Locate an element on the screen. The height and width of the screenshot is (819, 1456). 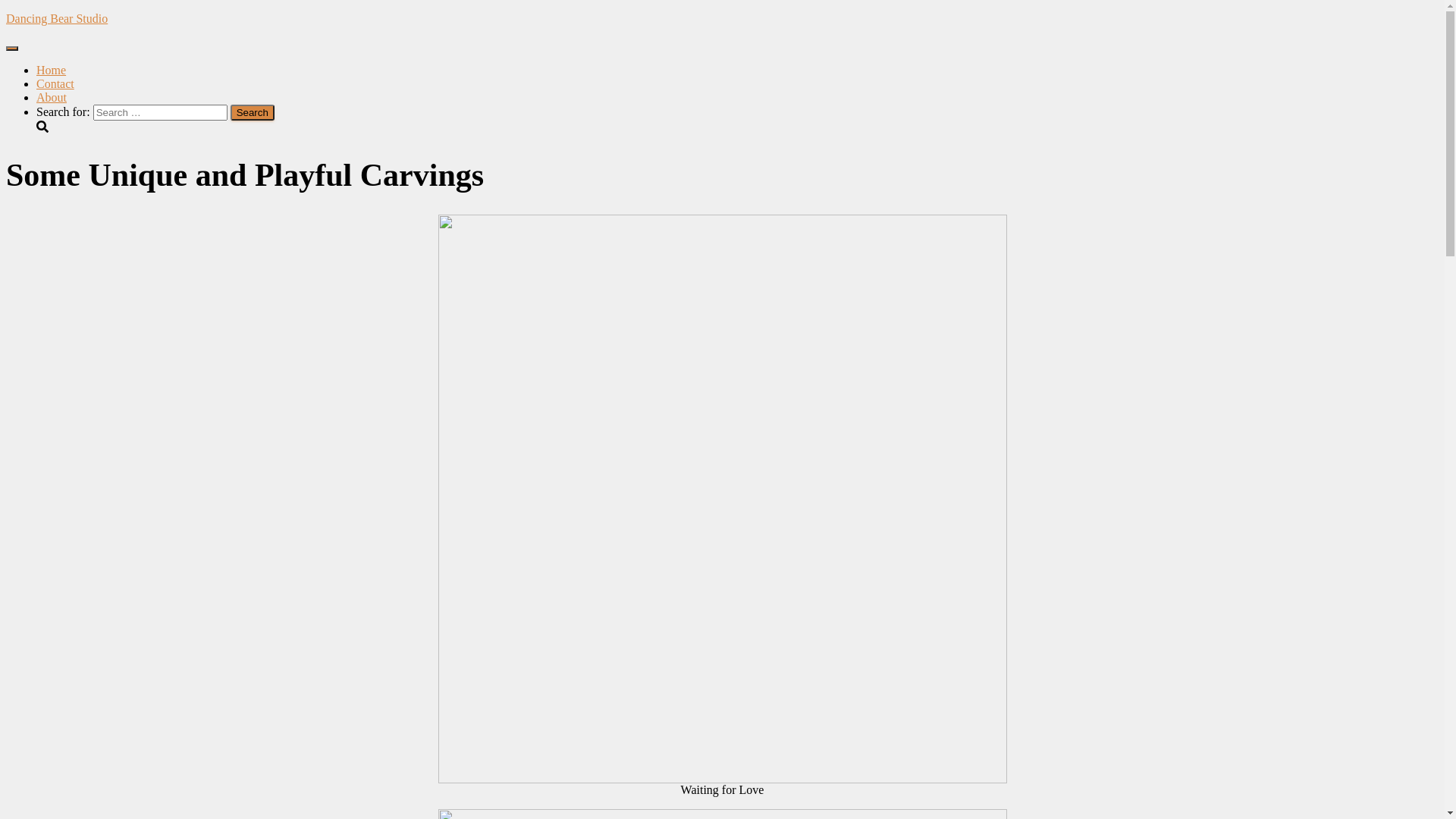
'Search' is located at coordinates (252, 111).